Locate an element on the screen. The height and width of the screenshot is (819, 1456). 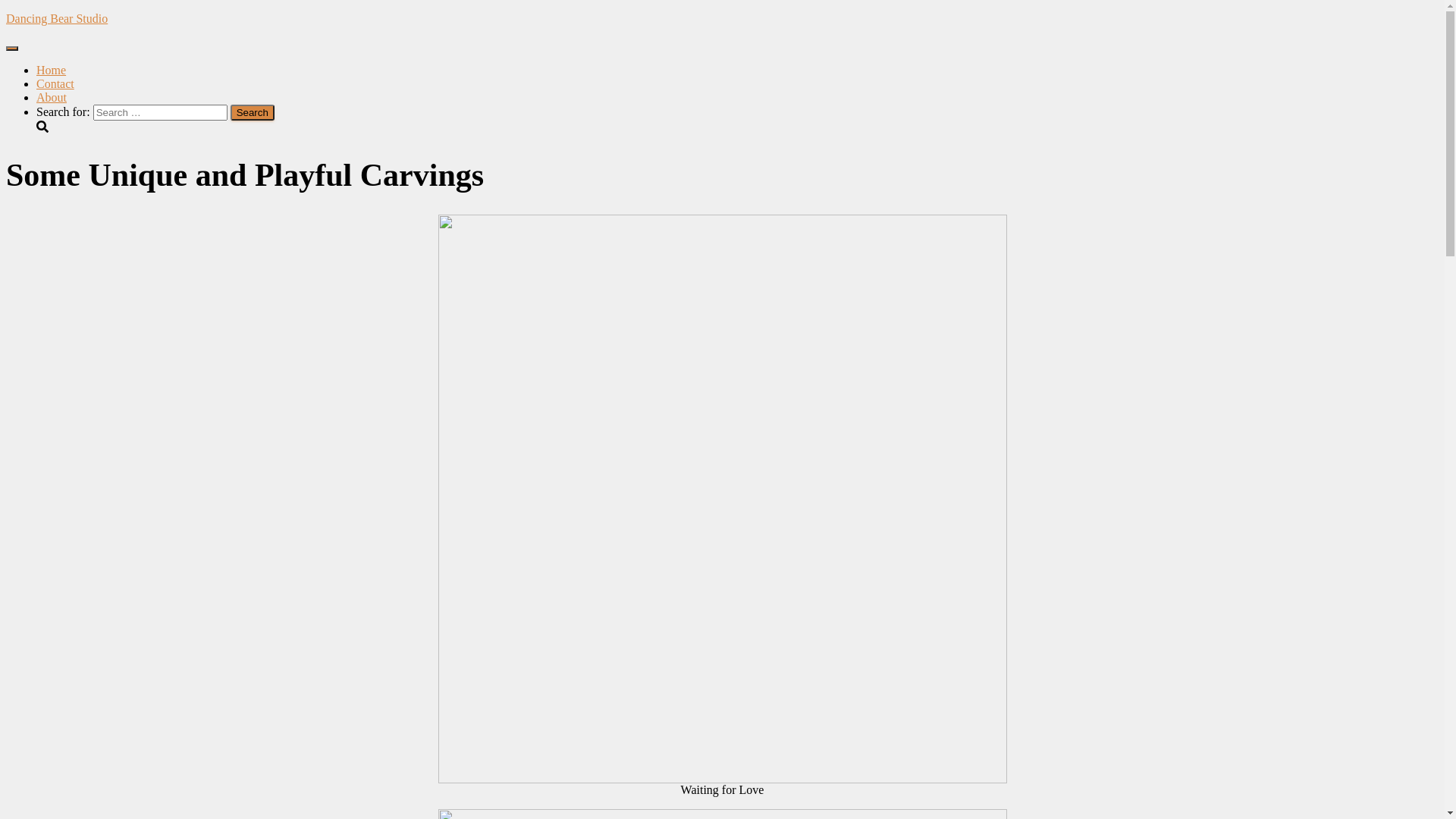
'Search' is located at coordinates (252, 111).